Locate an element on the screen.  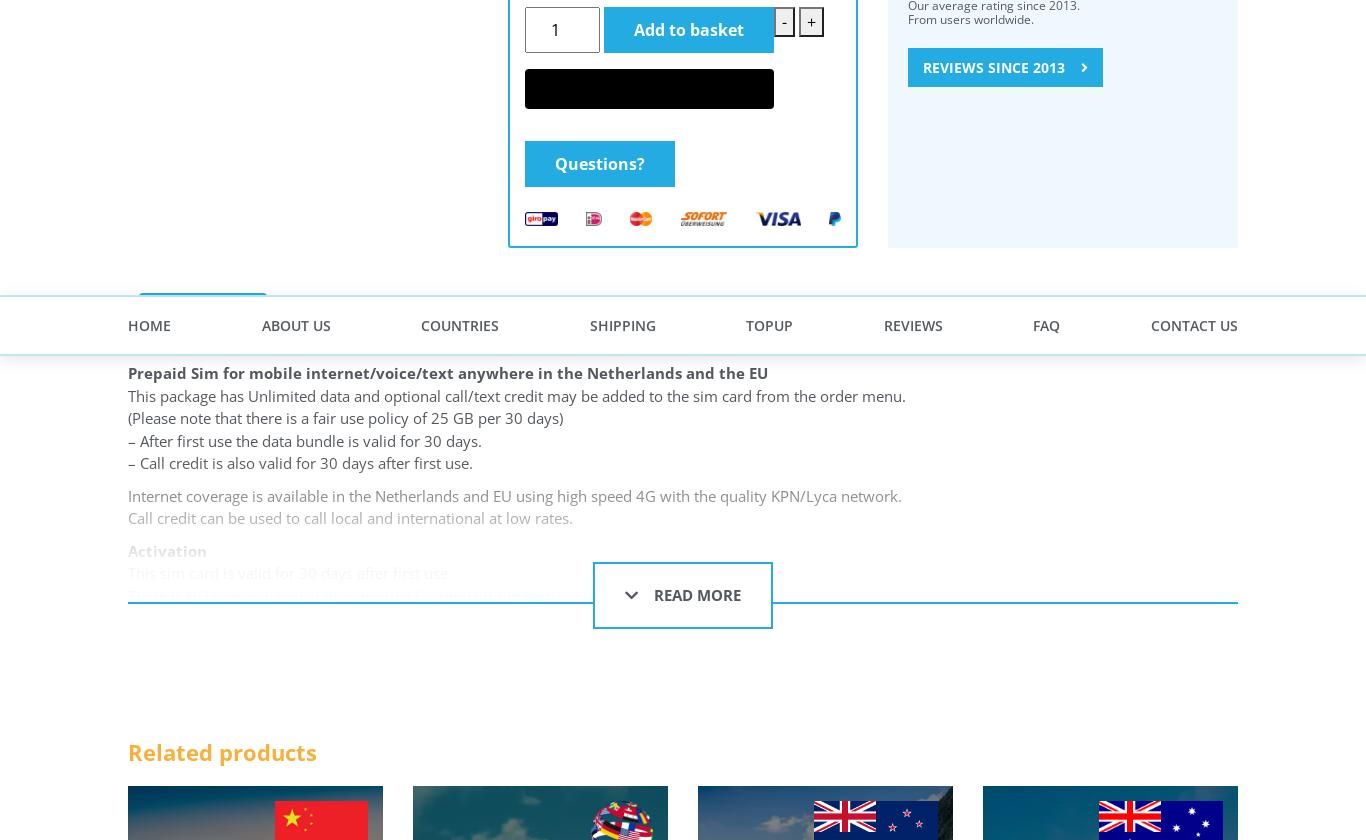
'Sitemap' is located at coordinates (536, 275).